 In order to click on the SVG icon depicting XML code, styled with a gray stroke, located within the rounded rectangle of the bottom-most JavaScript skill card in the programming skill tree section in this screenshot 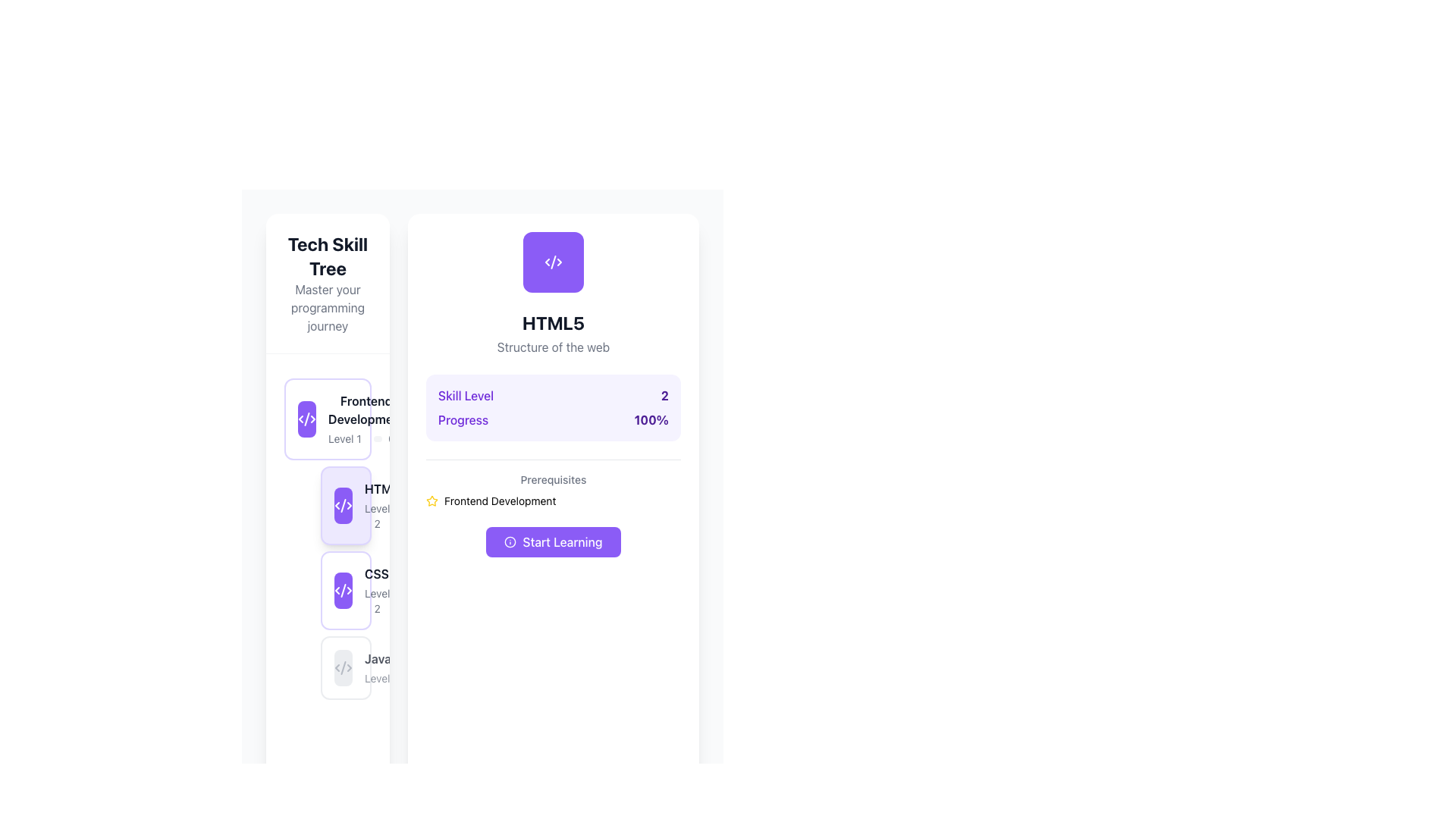, I will do `click(342, 667)`.